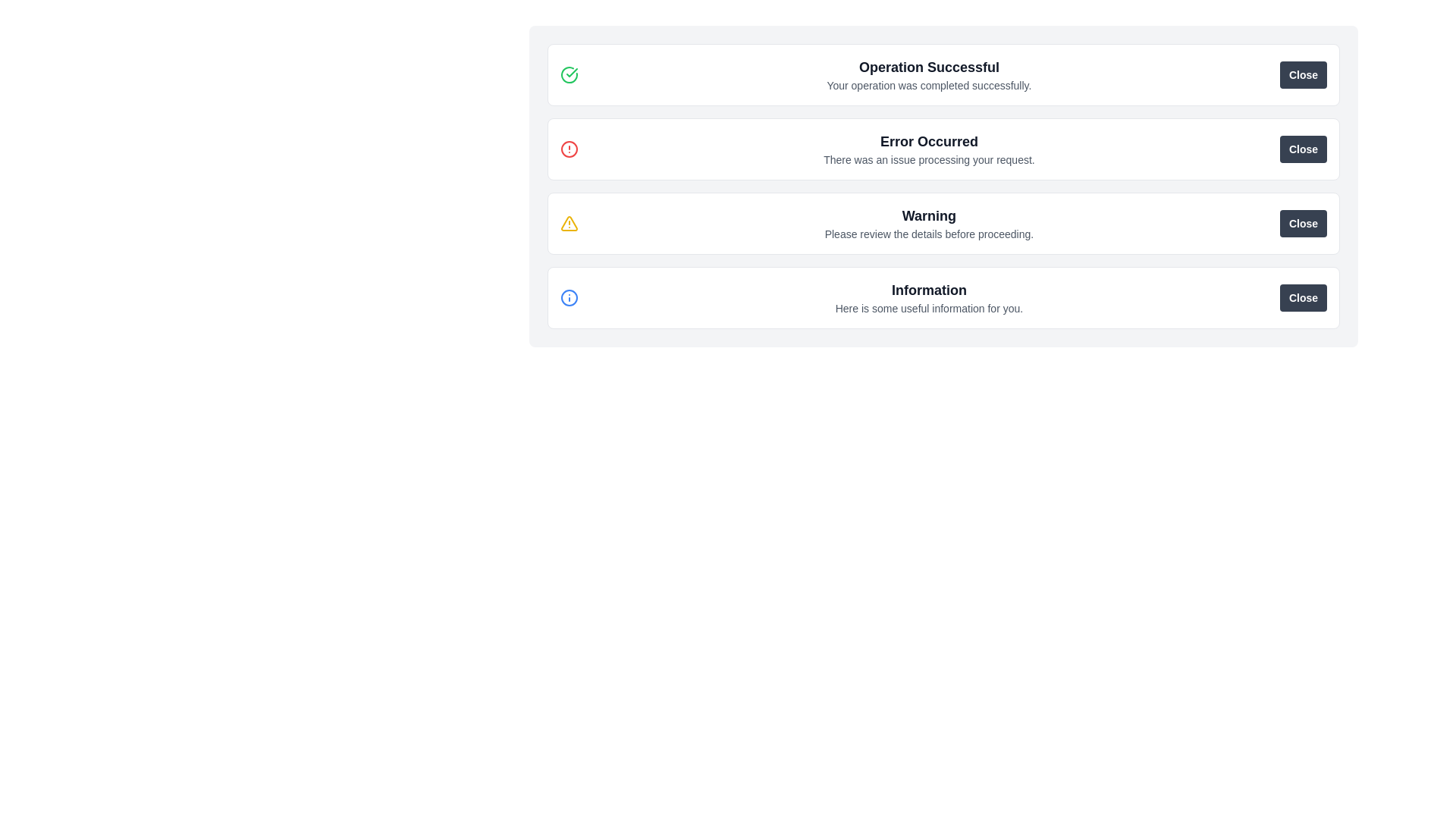  I want to click on the Text label that provides a confirmation message beneath the title 'Operation Successful.', so click(928, 85).